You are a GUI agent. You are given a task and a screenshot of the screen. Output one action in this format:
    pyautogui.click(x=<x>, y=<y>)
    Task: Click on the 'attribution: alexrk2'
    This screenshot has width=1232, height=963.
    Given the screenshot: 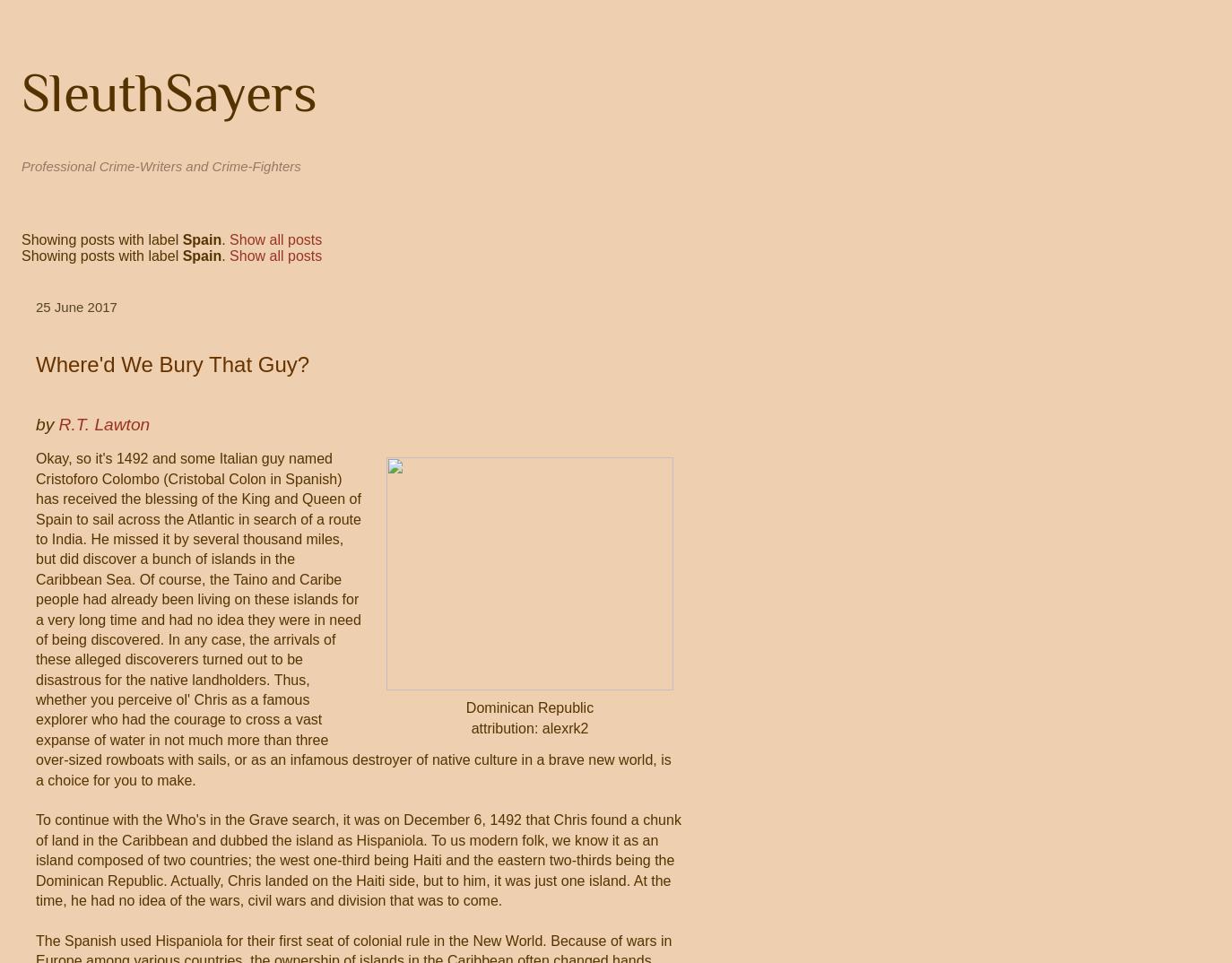 What is the action you would take?
    pyautogui.click(x=529, y=727)
    